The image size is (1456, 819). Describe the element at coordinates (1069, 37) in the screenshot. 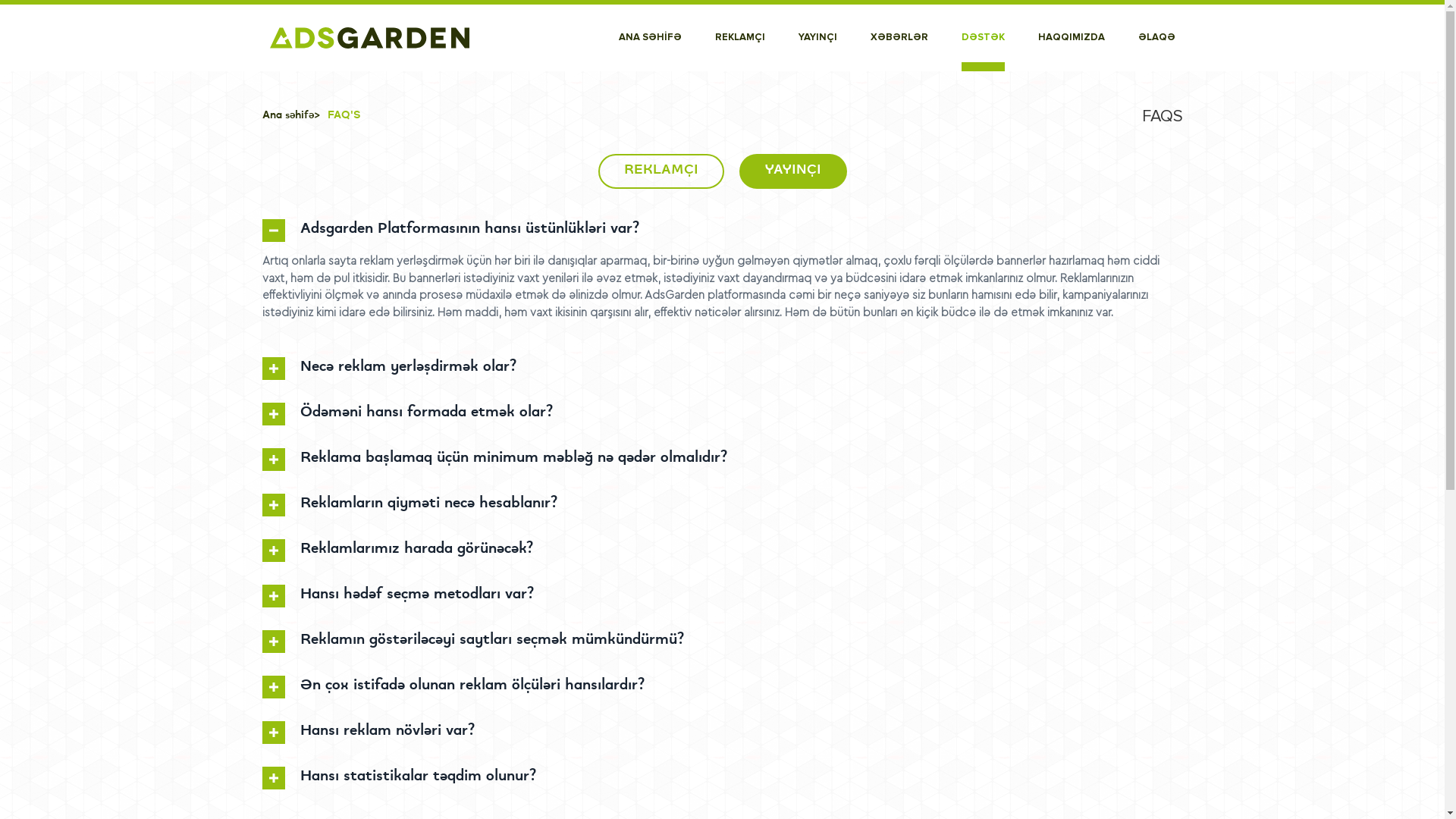

I see `'HAQQIMIZDA'` at that location.